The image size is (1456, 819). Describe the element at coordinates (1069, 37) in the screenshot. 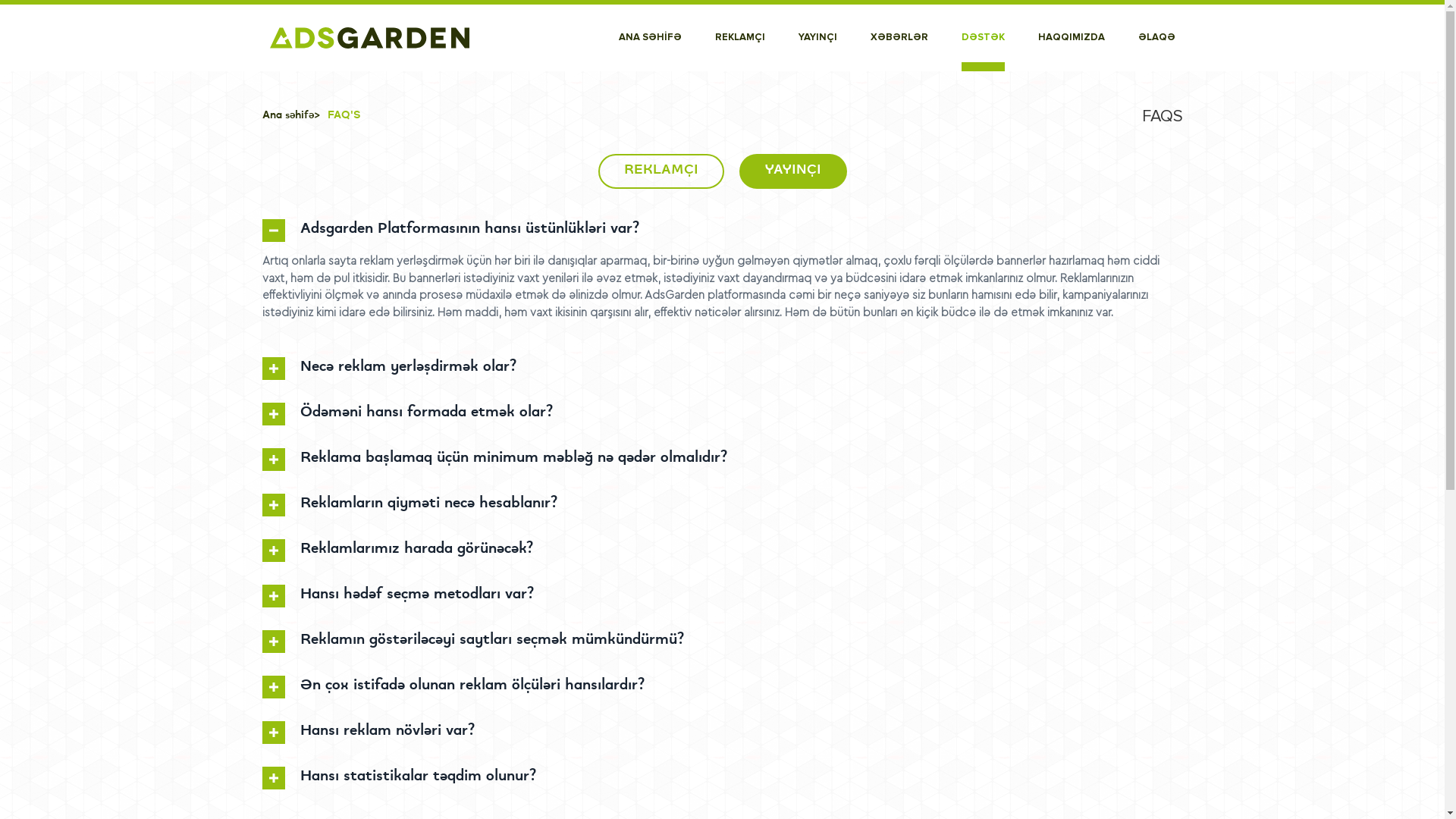

I see `'HAQQIMIZDA'` at that location.